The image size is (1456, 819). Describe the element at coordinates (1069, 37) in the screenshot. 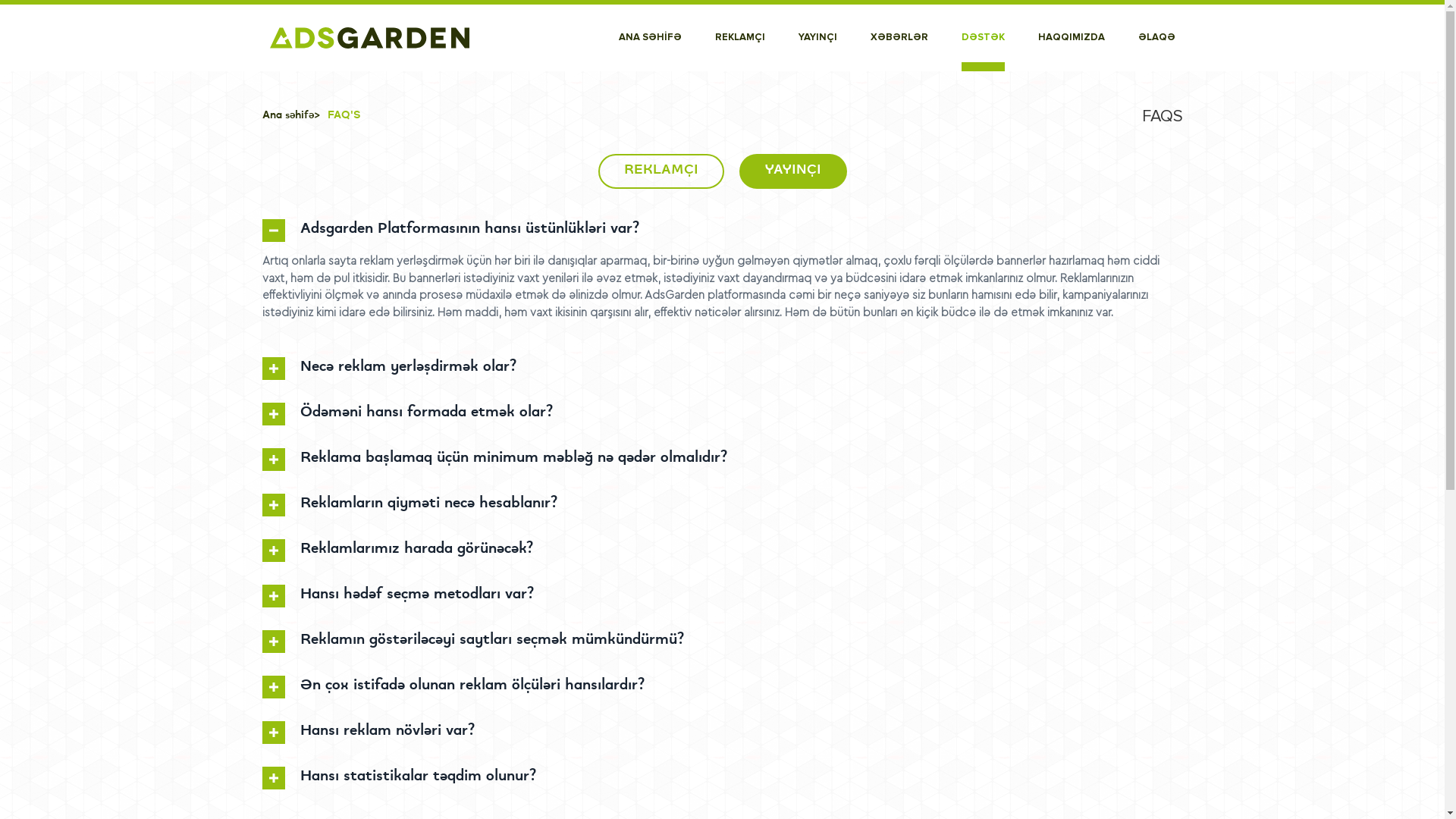

I see `'HAQQIMIZDA'` at that location.